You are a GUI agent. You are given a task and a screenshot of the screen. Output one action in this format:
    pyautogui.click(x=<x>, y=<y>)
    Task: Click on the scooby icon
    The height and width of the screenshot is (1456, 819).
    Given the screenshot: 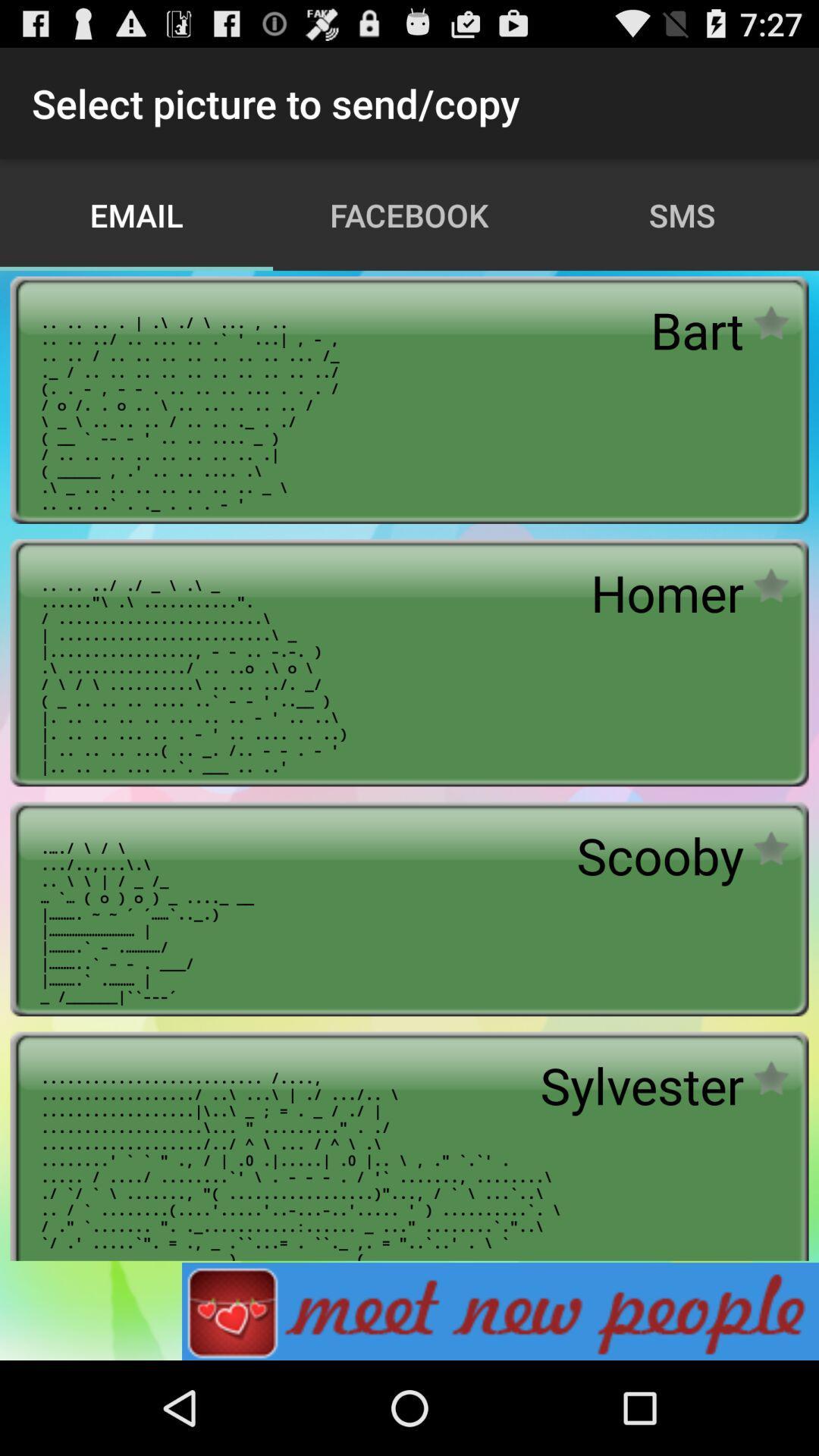 What is the action you would take?
    pyautogui.click(x=659, y=855)
    